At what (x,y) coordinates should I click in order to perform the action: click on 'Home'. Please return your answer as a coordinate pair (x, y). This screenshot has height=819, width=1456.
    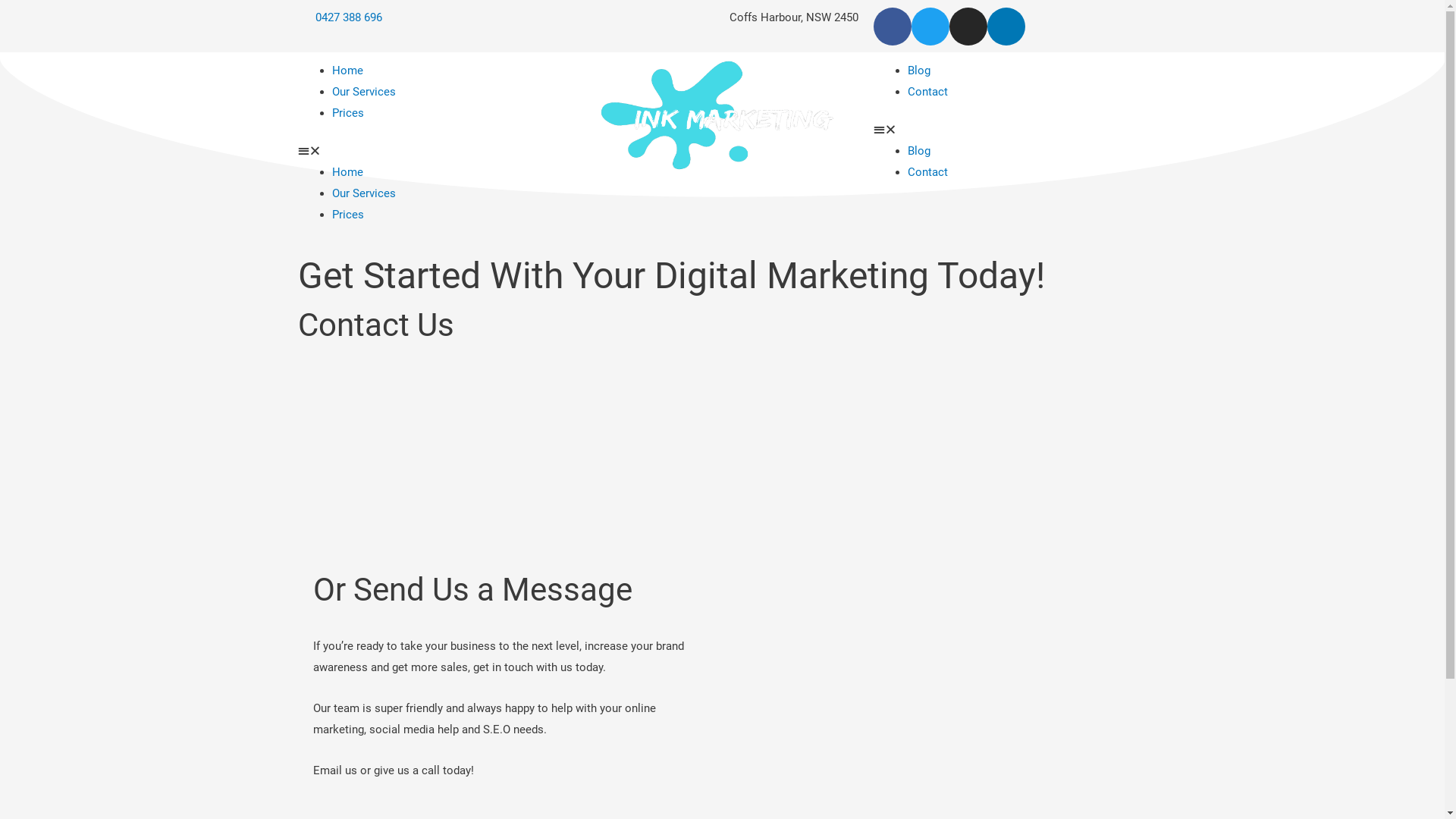
    Looking at the image, I should click on (347, 70).